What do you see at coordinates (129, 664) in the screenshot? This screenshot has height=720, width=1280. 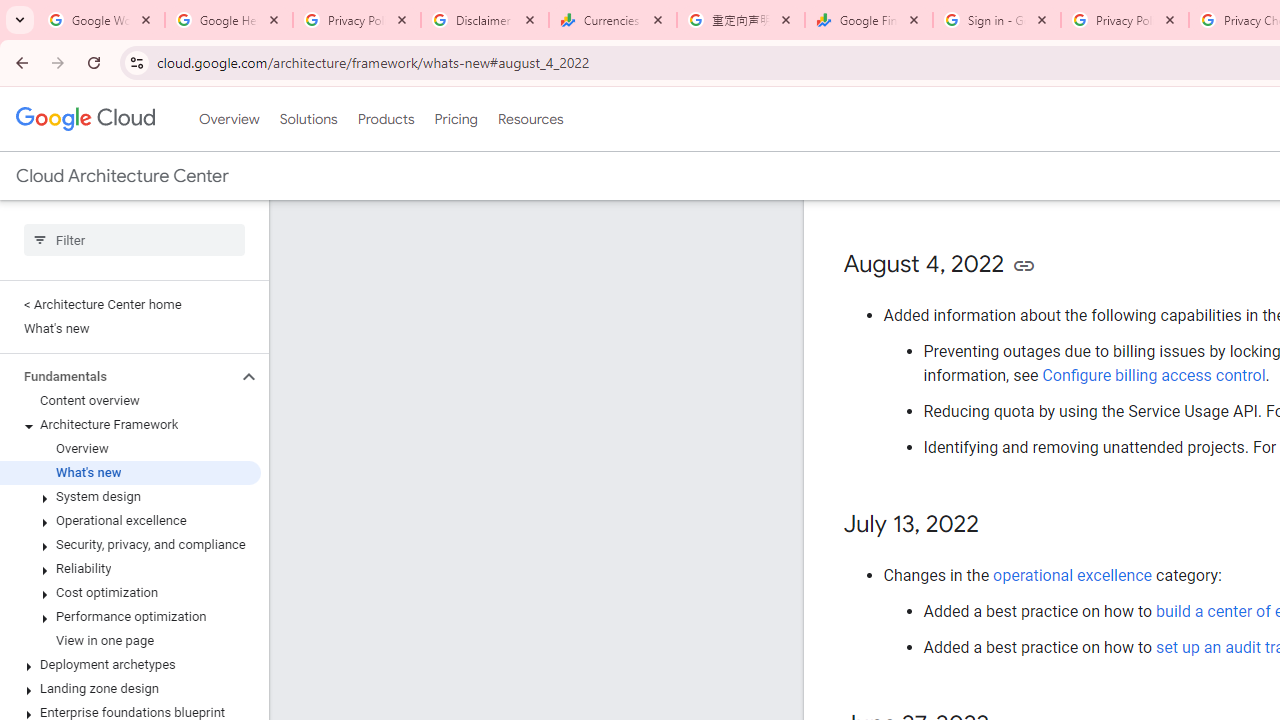 I see `'Deployment archetypes'` at bounding box center [129, 664].